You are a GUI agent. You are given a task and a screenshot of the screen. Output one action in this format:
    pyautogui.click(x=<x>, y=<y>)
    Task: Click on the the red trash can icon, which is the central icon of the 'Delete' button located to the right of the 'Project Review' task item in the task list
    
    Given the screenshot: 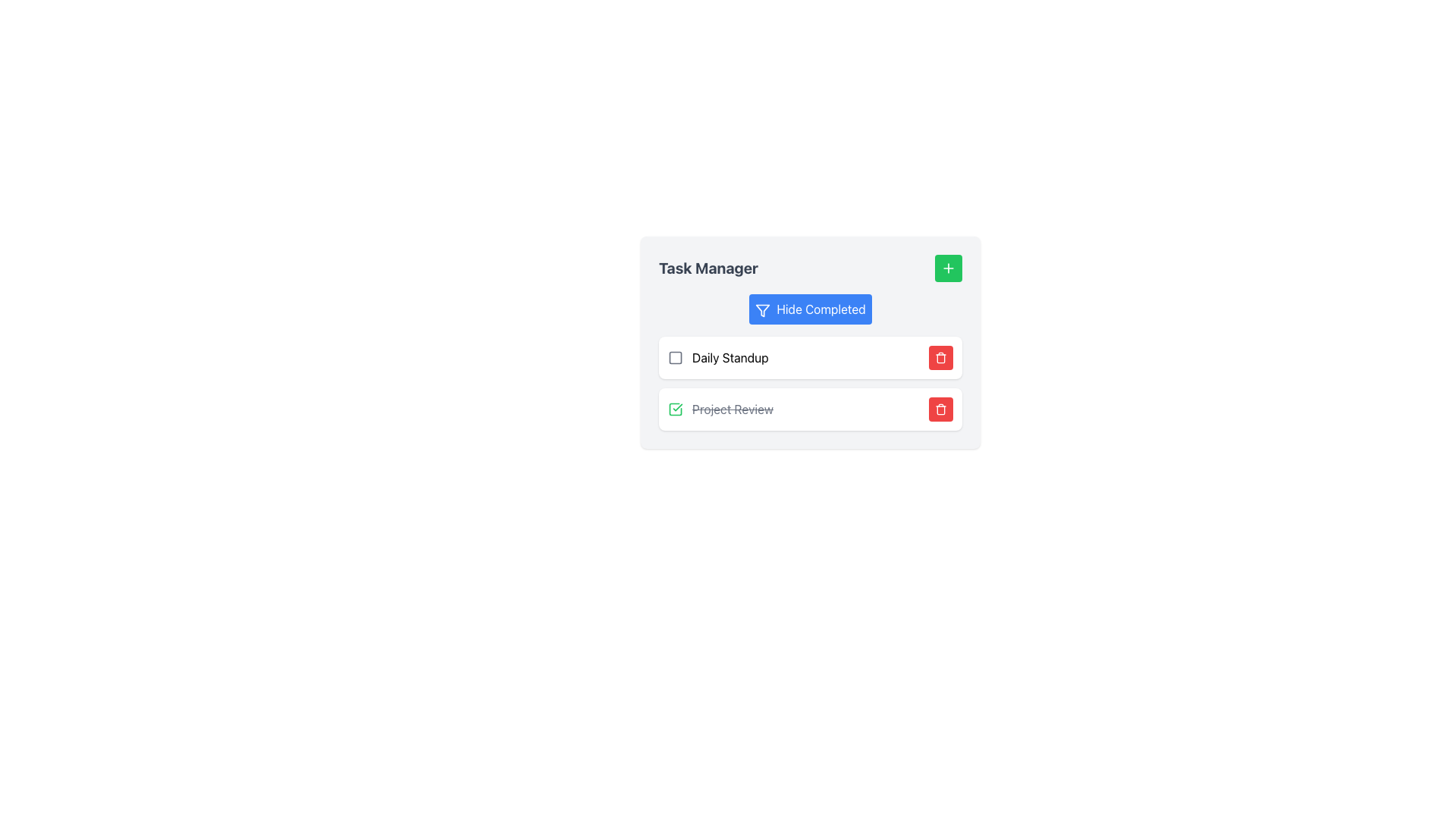 What is the action you would take?
    pyautogui.click(x=940, y=409)
    